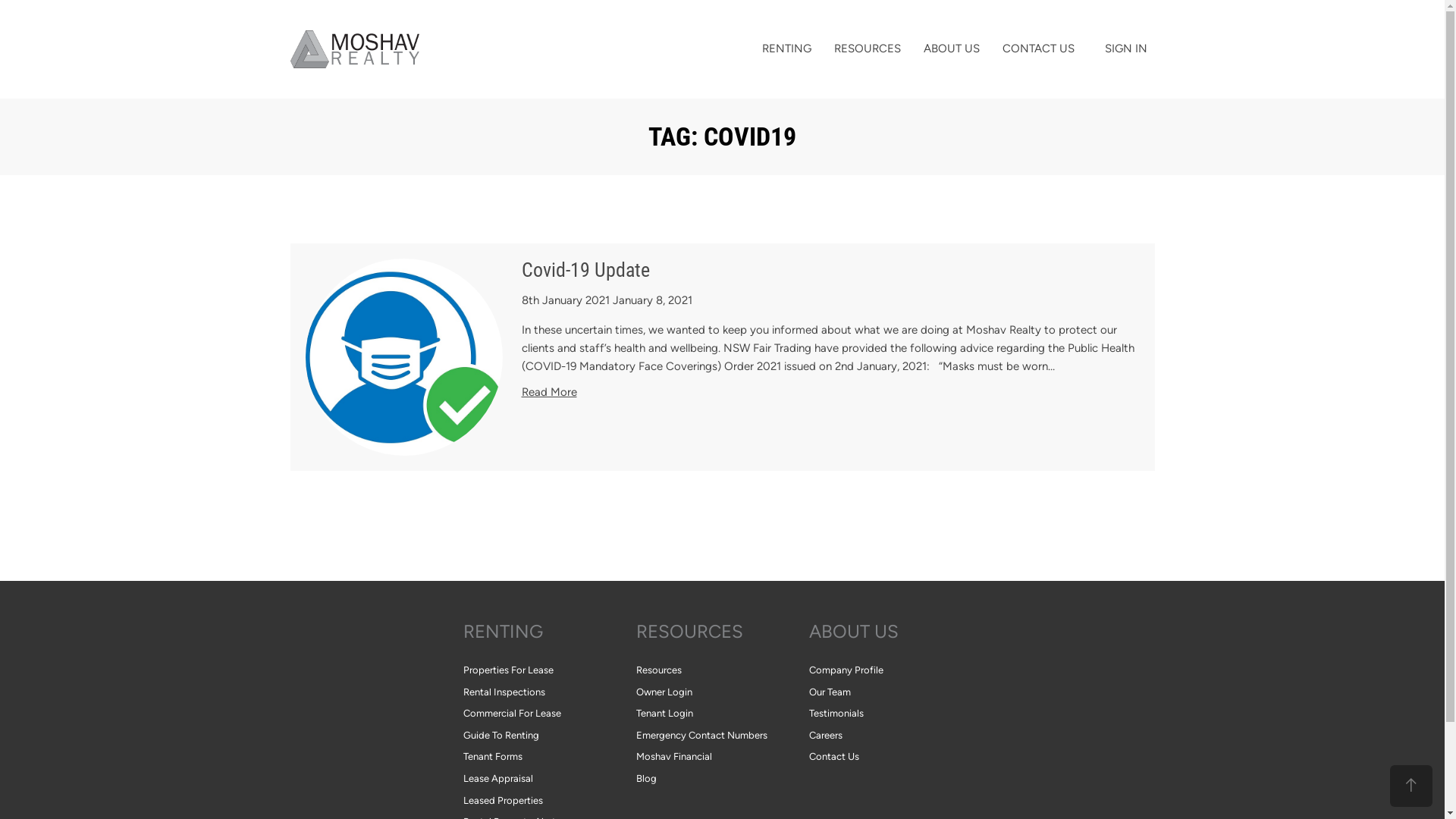 This screenshot has height=819, width=1456. Describe the element at coordinates (548, 670) in the screenshot. I see `'Properties For Lease'` at that location.